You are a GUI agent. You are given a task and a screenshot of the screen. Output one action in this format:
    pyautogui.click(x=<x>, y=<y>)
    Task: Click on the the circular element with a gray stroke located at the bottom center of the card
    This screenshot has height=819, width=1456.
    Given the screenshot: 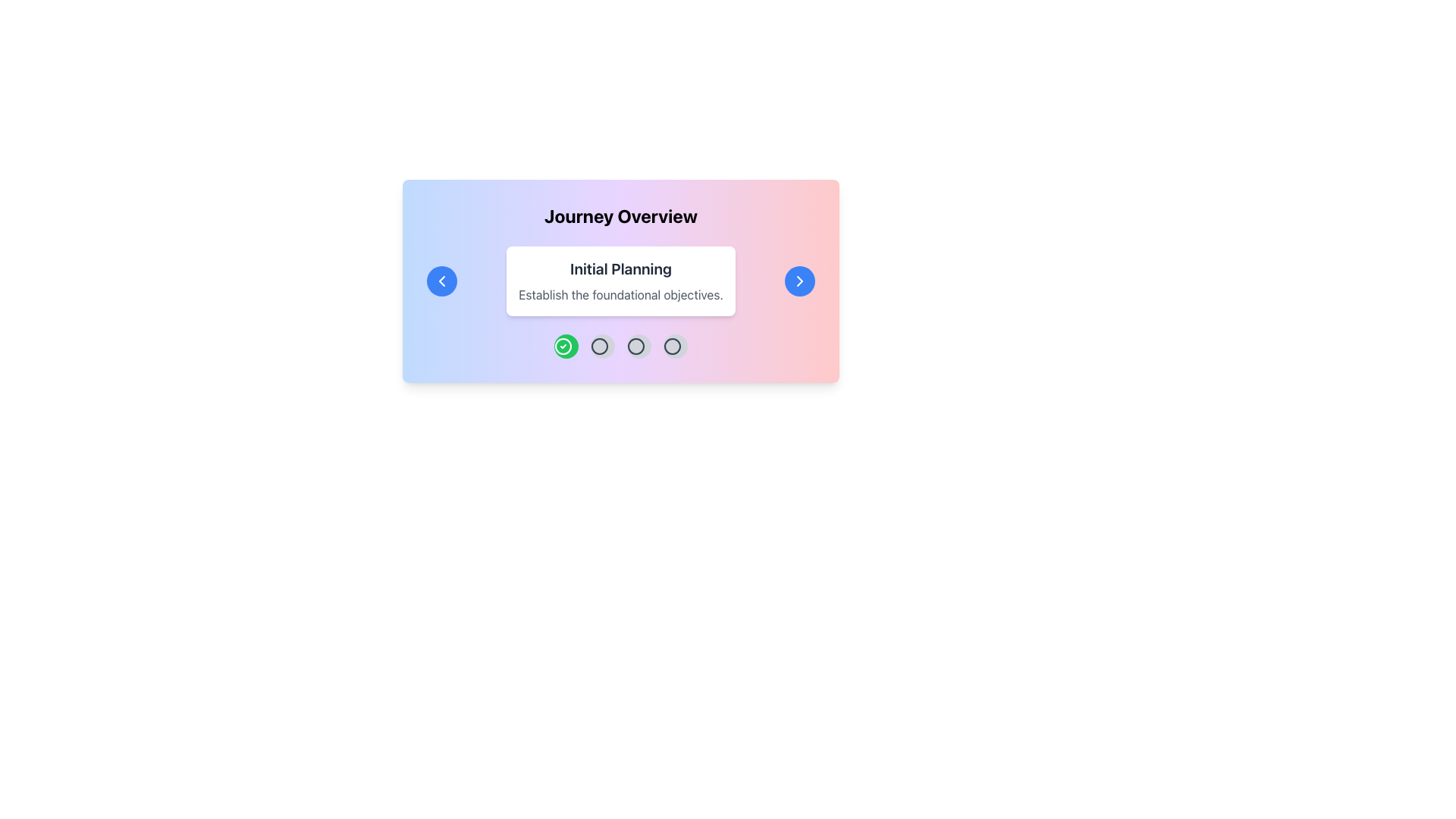 What is the action you would take?
    pyautogui.click(x=672, y=346)
    